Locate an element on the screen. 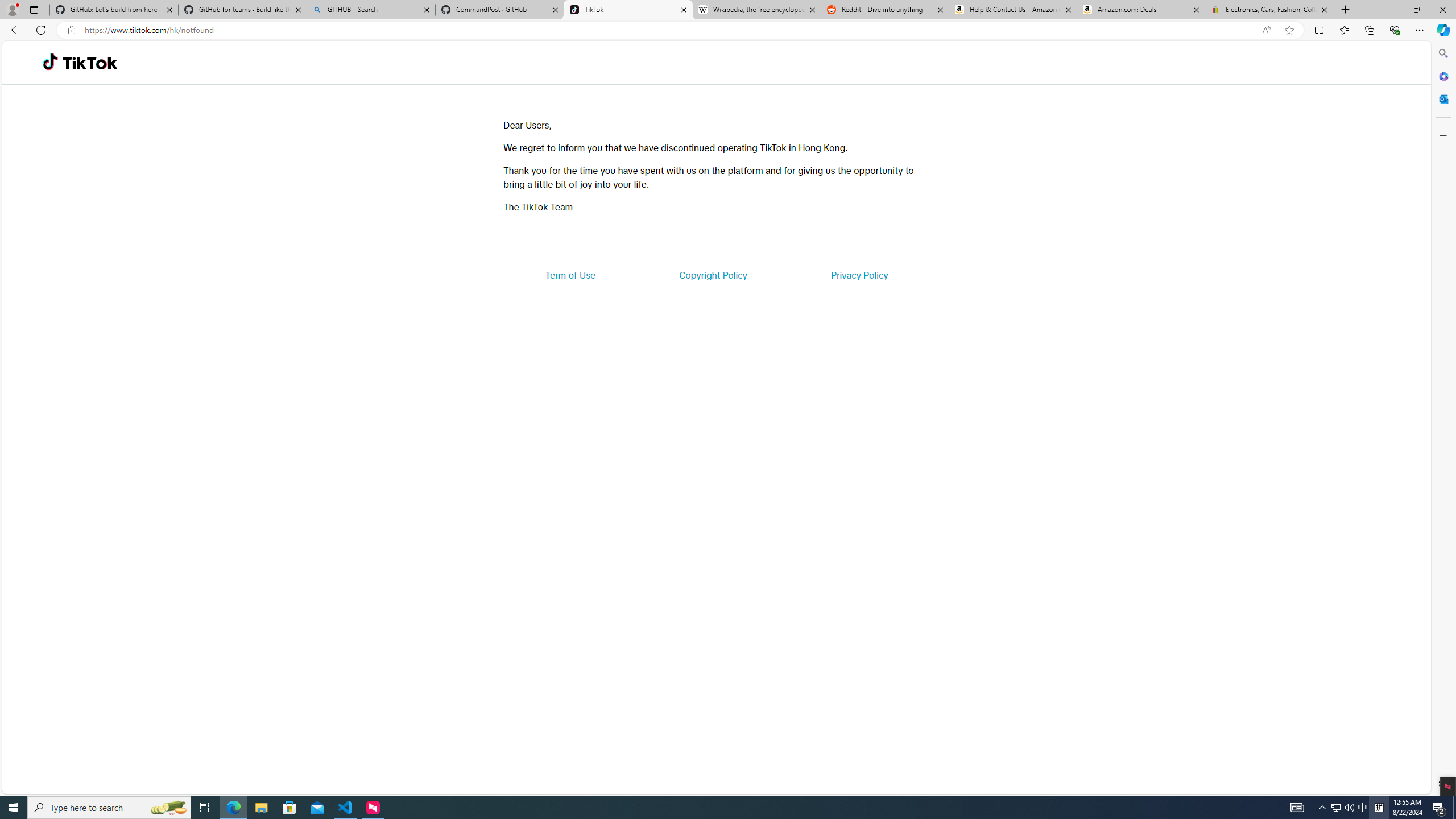 The width and height of the screenshot is (1456, 819). 'Help & Contact Us - Amazon Customer Service' is located at coordinates (1012, 9).